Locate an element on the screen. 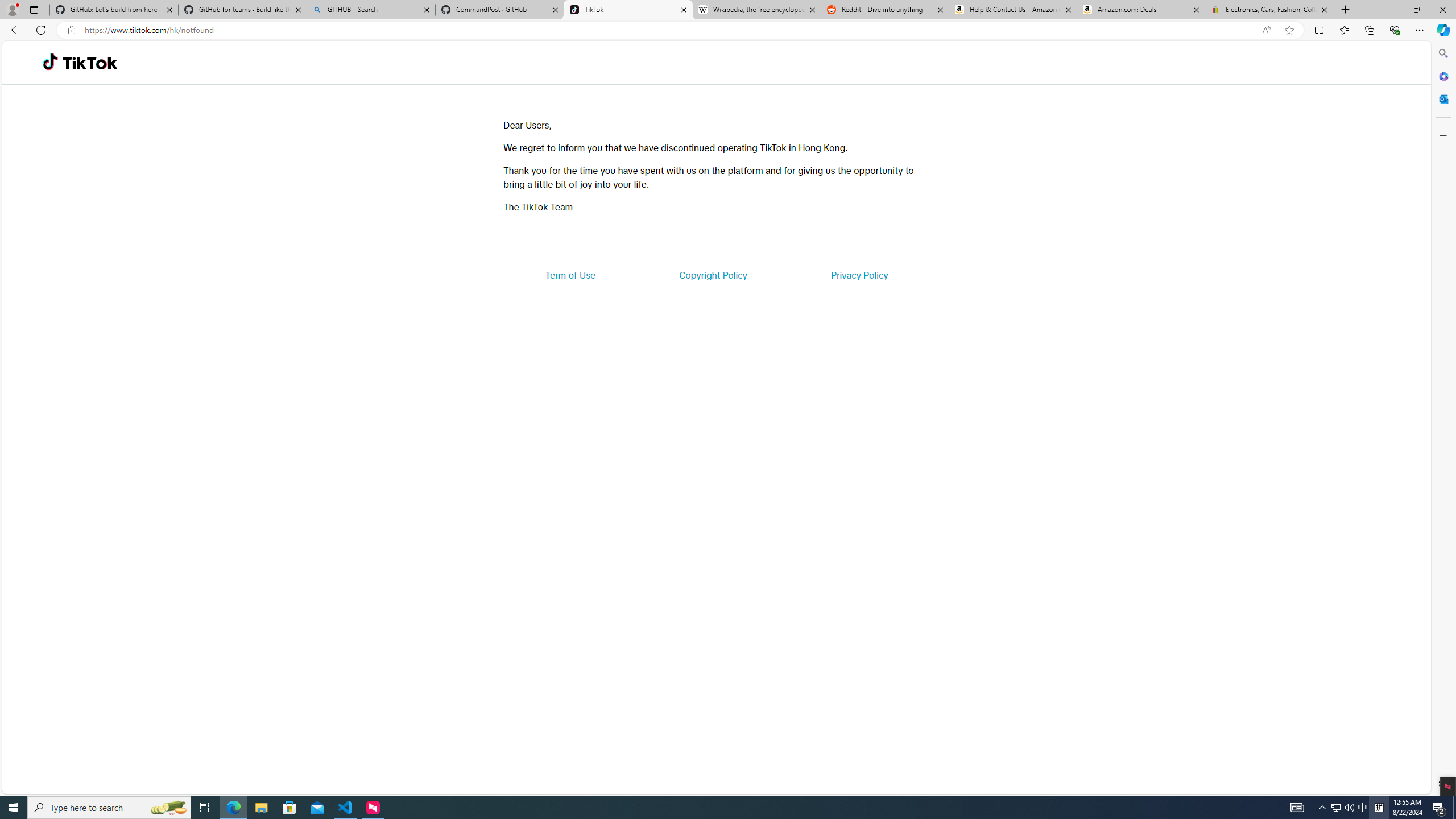 The width and height of the screenshot is (1456, 819). 'Help & Contact Us - Amazon Customer Service' is located at coordinates (1012, 9).